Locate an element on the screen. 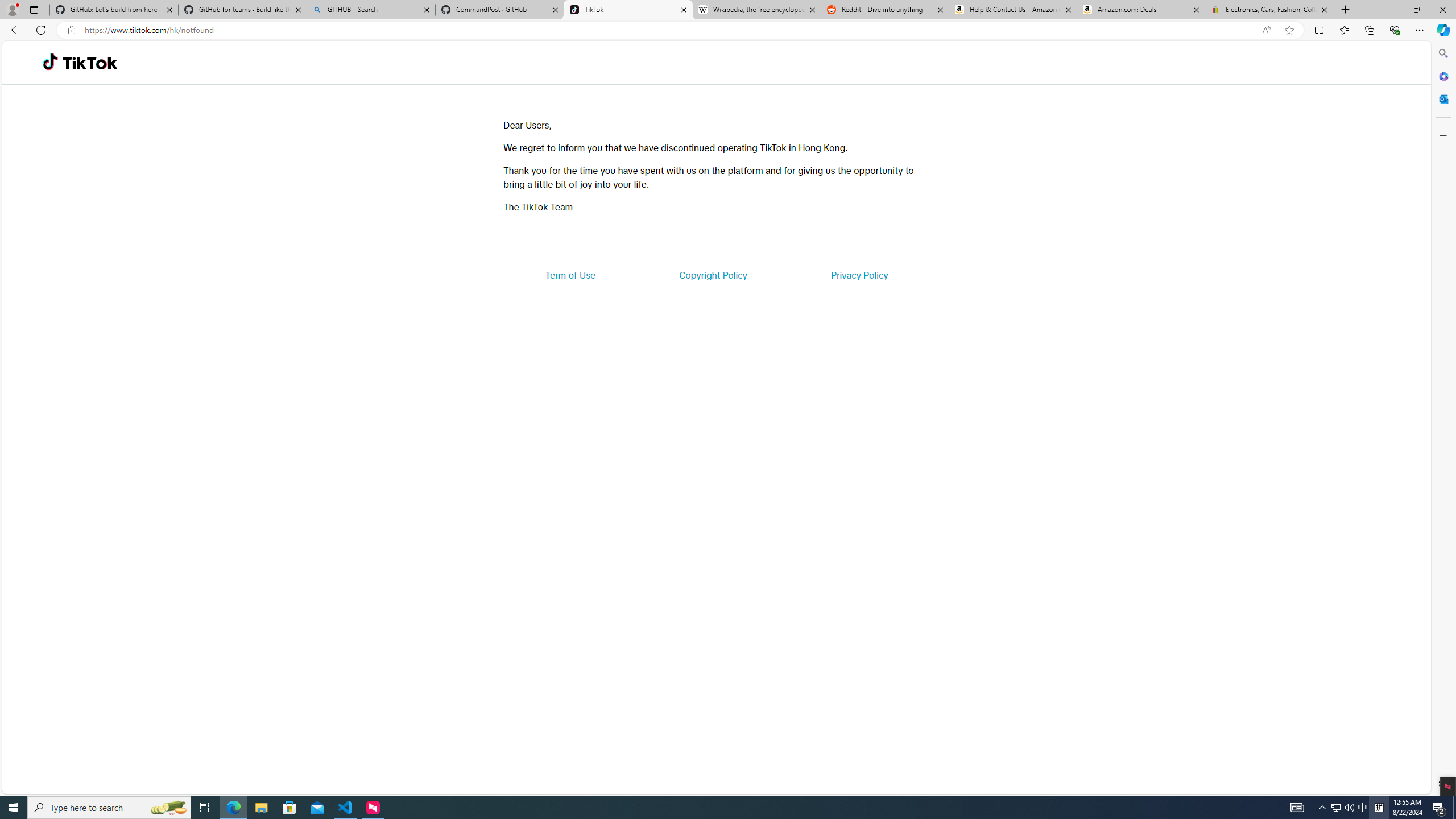 The width and height of the screenshot is (1456, 819). 'Help & Contact Us - Amazon Customer Service' is located at coordinates (1012, 9).